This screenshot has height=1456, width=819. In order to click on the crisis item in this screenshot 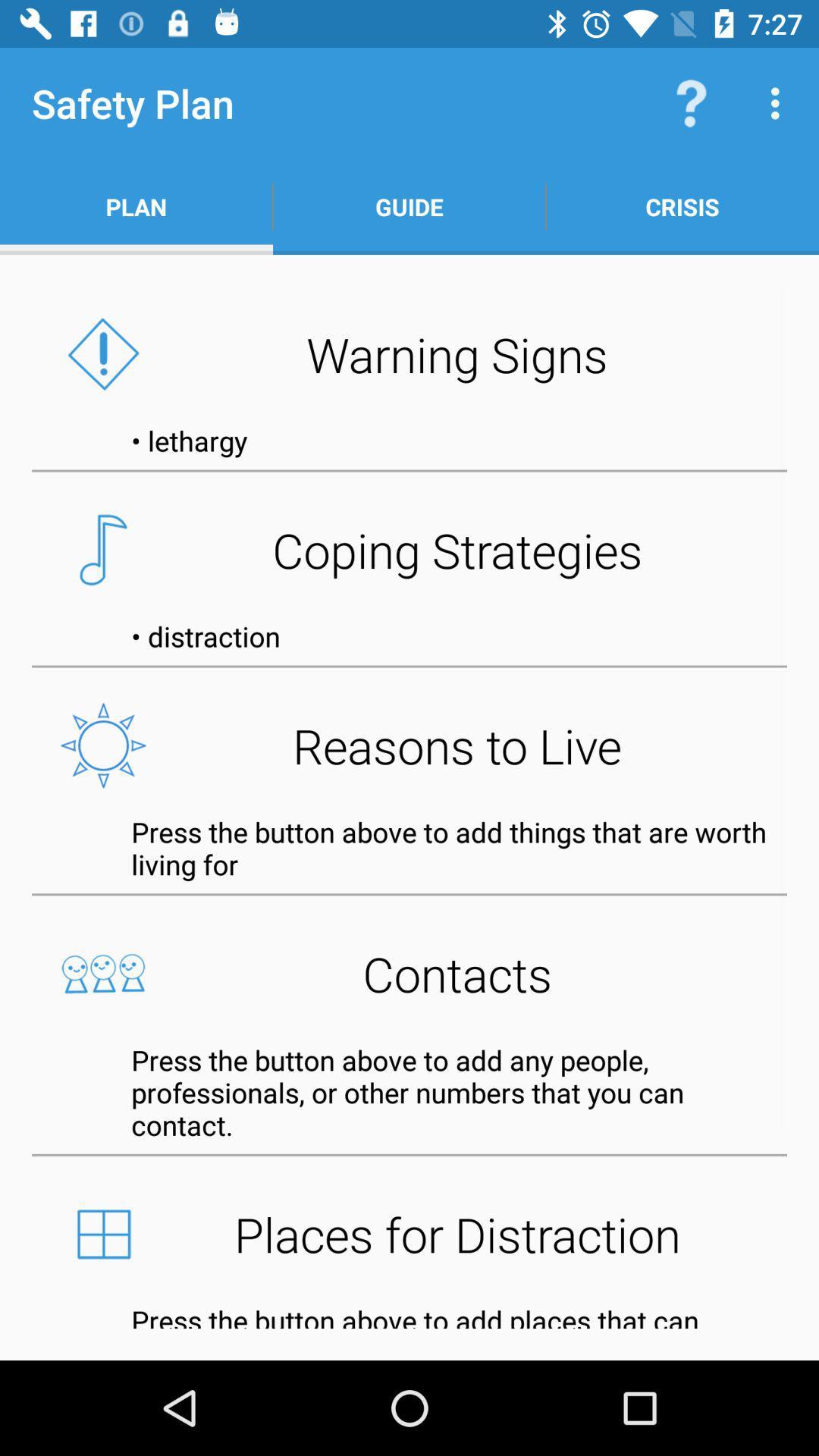, I will do `click(681, 206)`.